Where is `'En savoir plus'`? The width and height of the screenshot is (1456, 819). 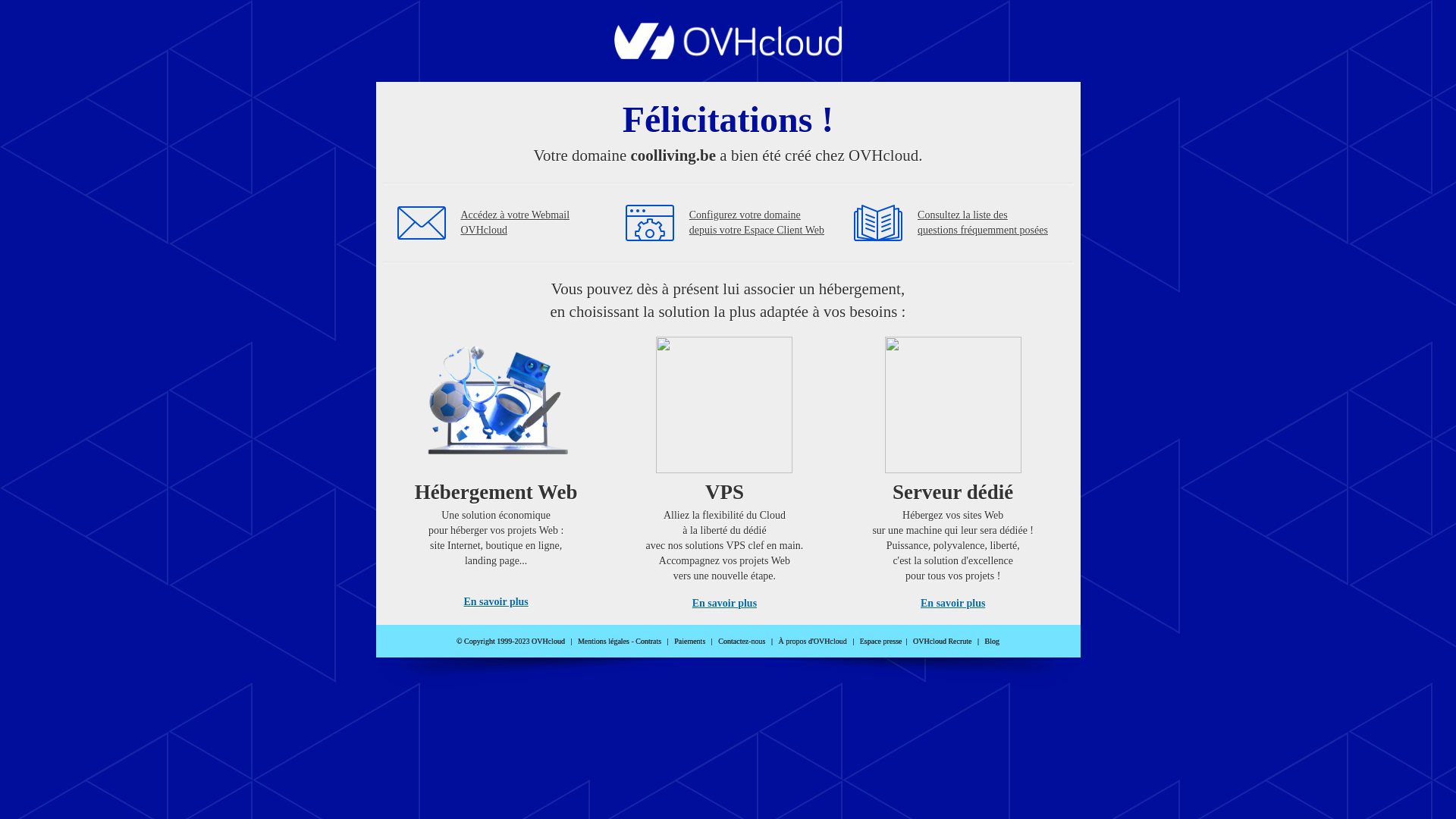 'En savoir plus' is located at coordinates (495, 601).